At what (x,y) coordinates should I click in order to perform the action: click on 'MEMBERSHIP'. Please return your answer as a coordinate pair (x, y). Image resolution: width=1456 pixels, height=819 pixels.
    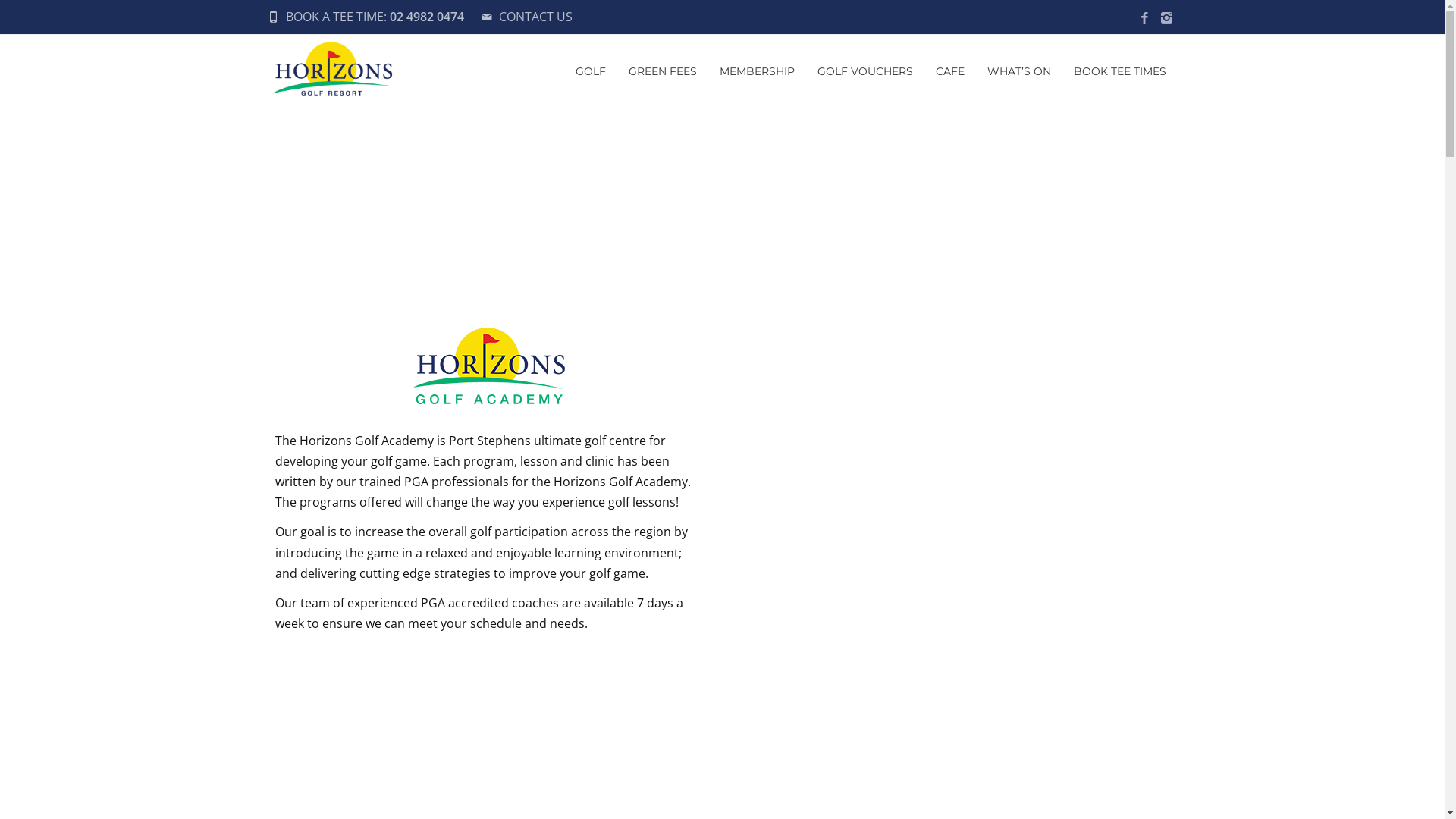
    Looking at the image, I should click on (757, 70).